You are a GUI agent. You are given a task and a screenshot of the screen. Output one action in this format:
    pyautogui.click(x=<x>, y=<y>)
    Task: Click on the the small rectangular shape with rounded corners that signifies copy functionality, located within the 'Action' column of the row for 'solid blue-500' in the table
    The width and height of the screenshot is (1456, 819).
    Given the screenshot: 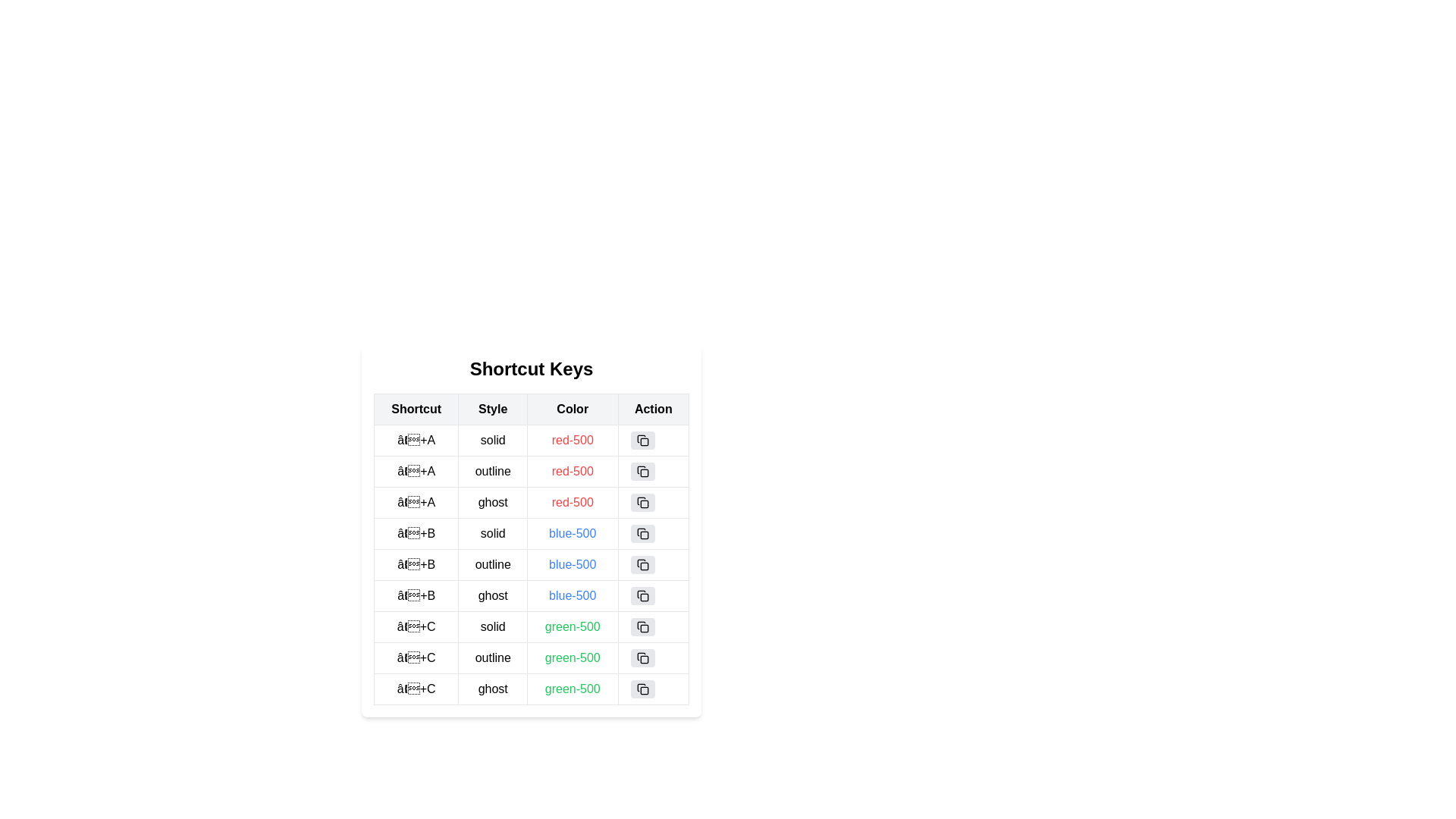 What is the action you would take?
    pyautogui.click(x=644, y=534)
    